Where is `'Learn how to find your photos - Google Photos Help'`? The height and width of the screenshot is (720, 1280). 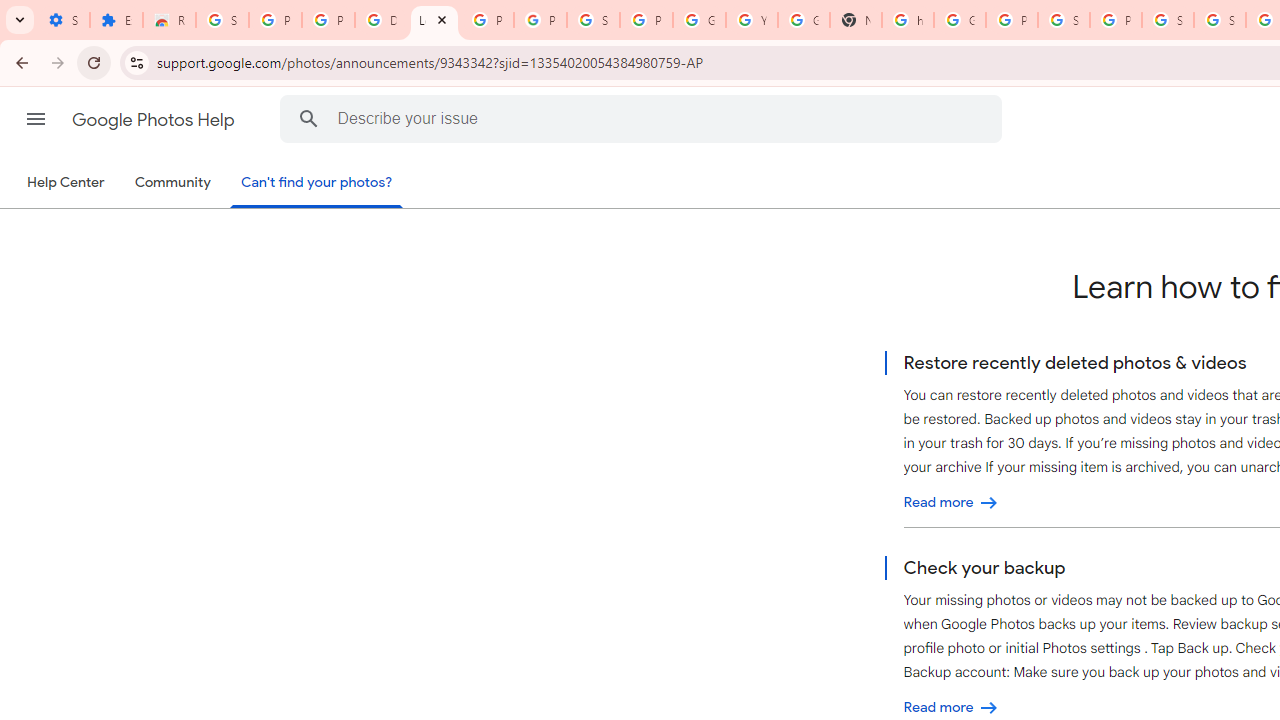 'Learn how to find your photos - Google Photos Help' is located at coordinates (433, 20).